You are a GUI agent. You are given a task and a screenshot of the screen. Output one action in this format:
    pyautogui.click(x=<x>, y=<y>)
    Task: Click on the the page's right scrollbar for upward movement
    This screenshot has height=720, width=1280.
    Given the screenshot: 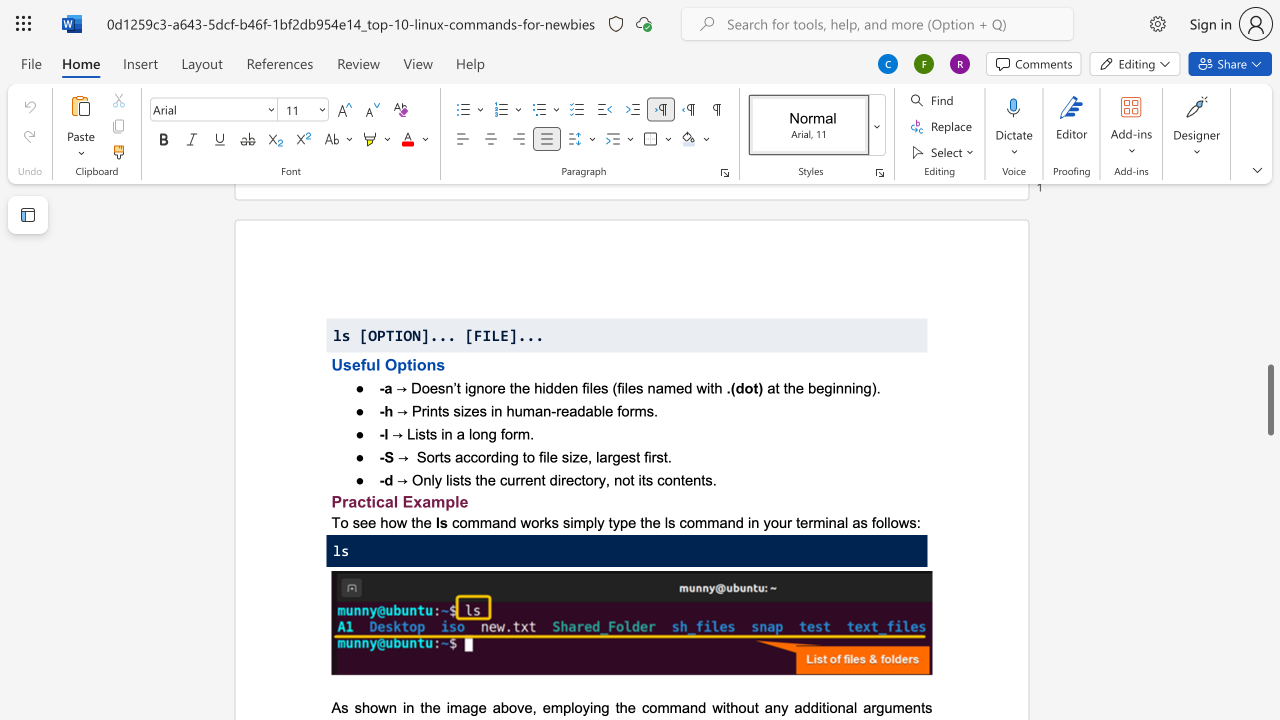 What is the action you would take?
    pyautogui.click(x=1269, y=300)
    